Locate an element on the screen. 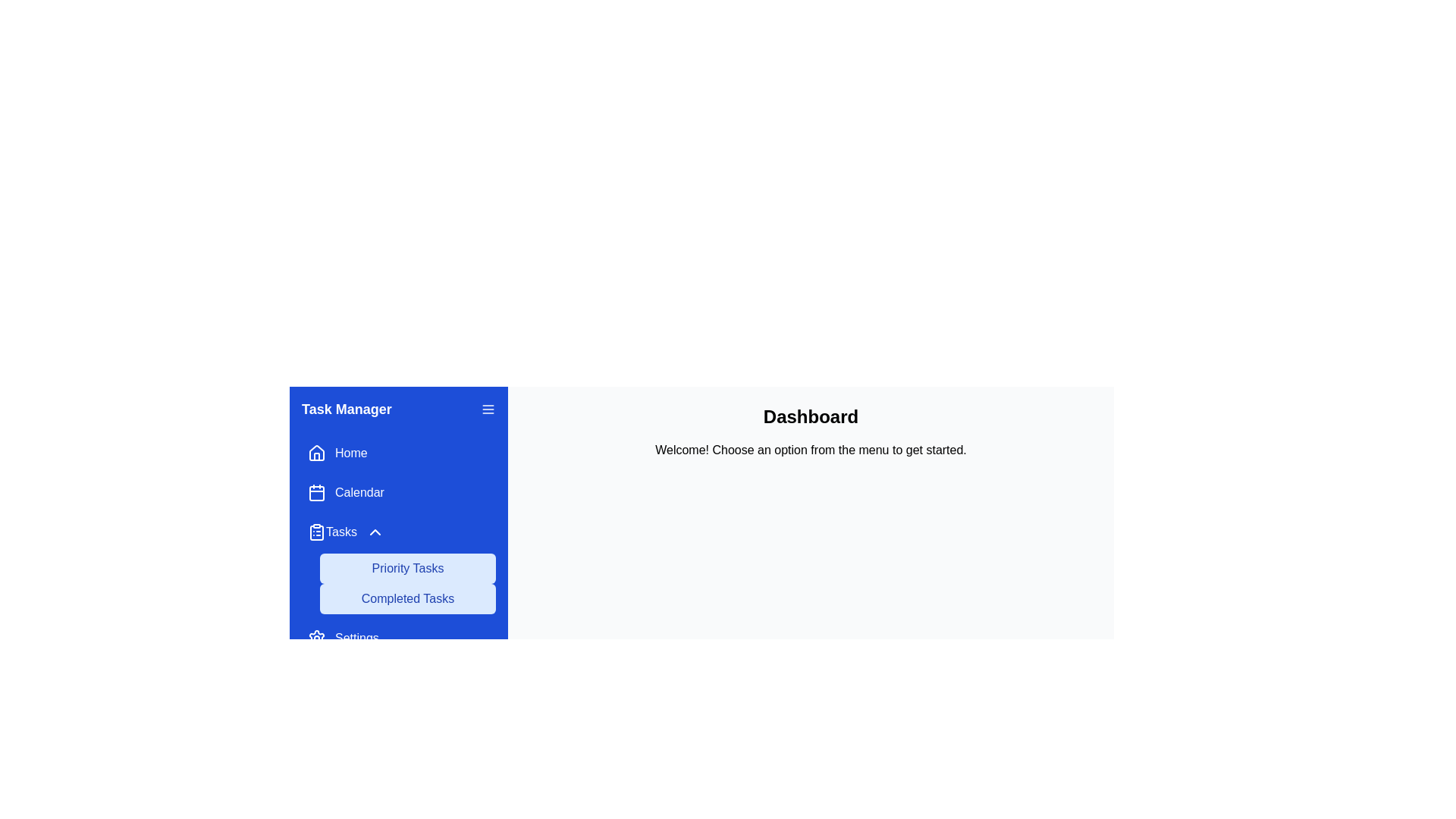 The height and width of the screenshot is (819, 1456). the 'Tasks' icon located in the sidebar, which is the second icon in the list after 'Home' and 'Calendar', to navigate to task-related features is located at coordinates (315, 532).